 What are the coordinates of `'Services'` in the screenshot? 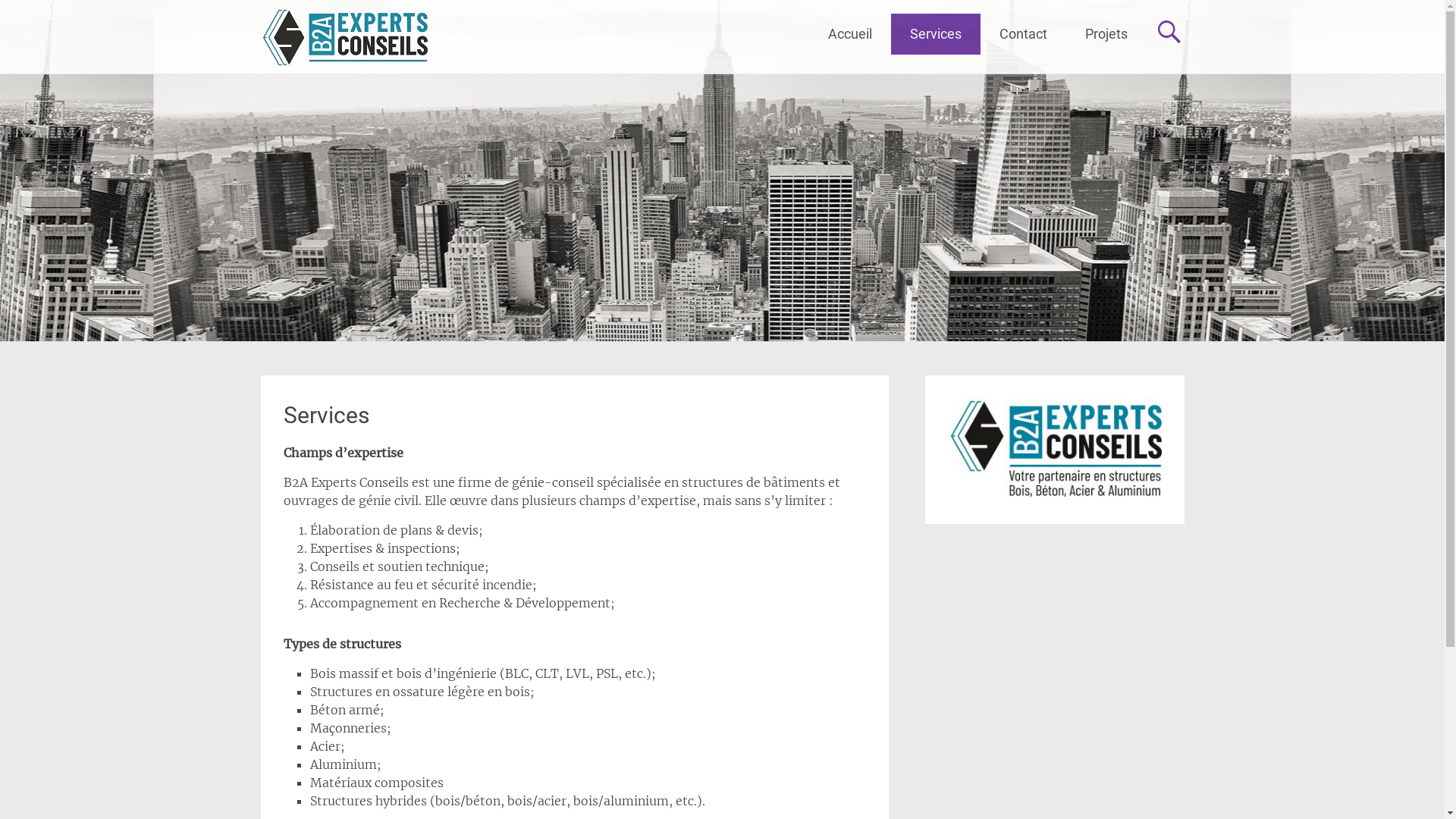 It's located at (934, 34).